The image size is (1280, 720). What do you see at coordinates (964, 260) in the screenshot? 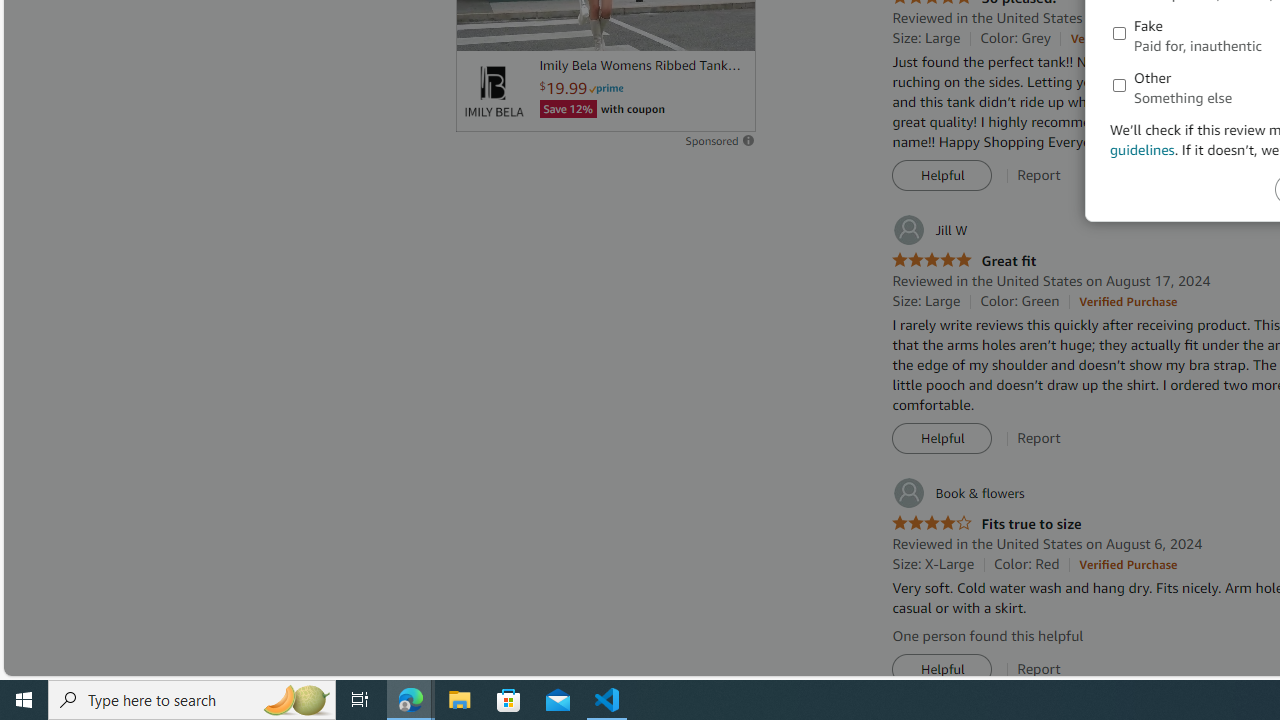
I see `'5.0 out of 5 stars Great fit'` at bounding box center [964, 260].